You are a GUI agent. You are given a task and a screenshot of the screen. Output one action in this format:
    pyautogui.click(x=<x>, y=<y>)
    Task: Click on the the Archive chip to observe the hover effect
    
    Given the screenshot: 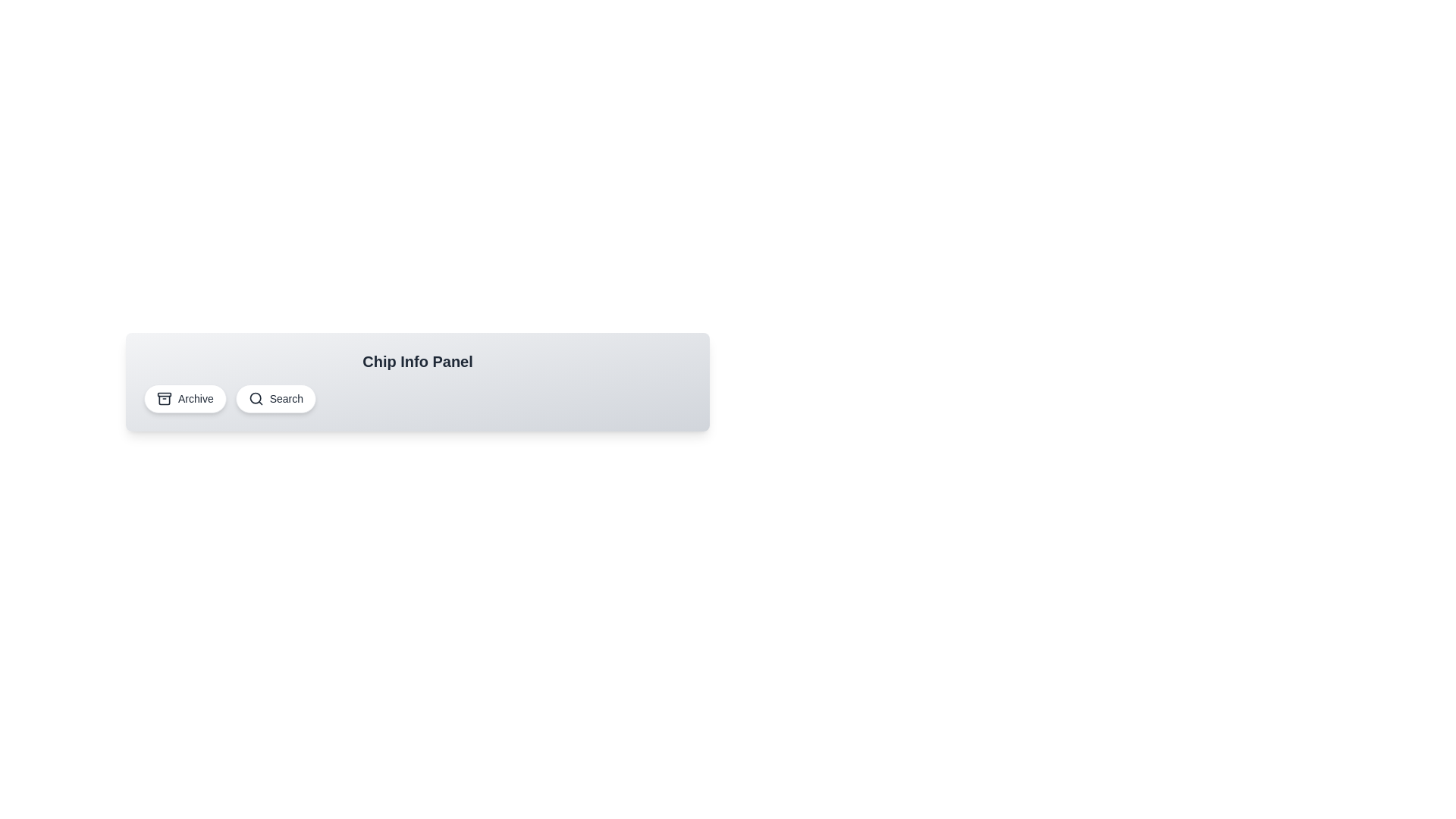 What is the action you would take?
    pyautogui.click(x=184, y=397)
    